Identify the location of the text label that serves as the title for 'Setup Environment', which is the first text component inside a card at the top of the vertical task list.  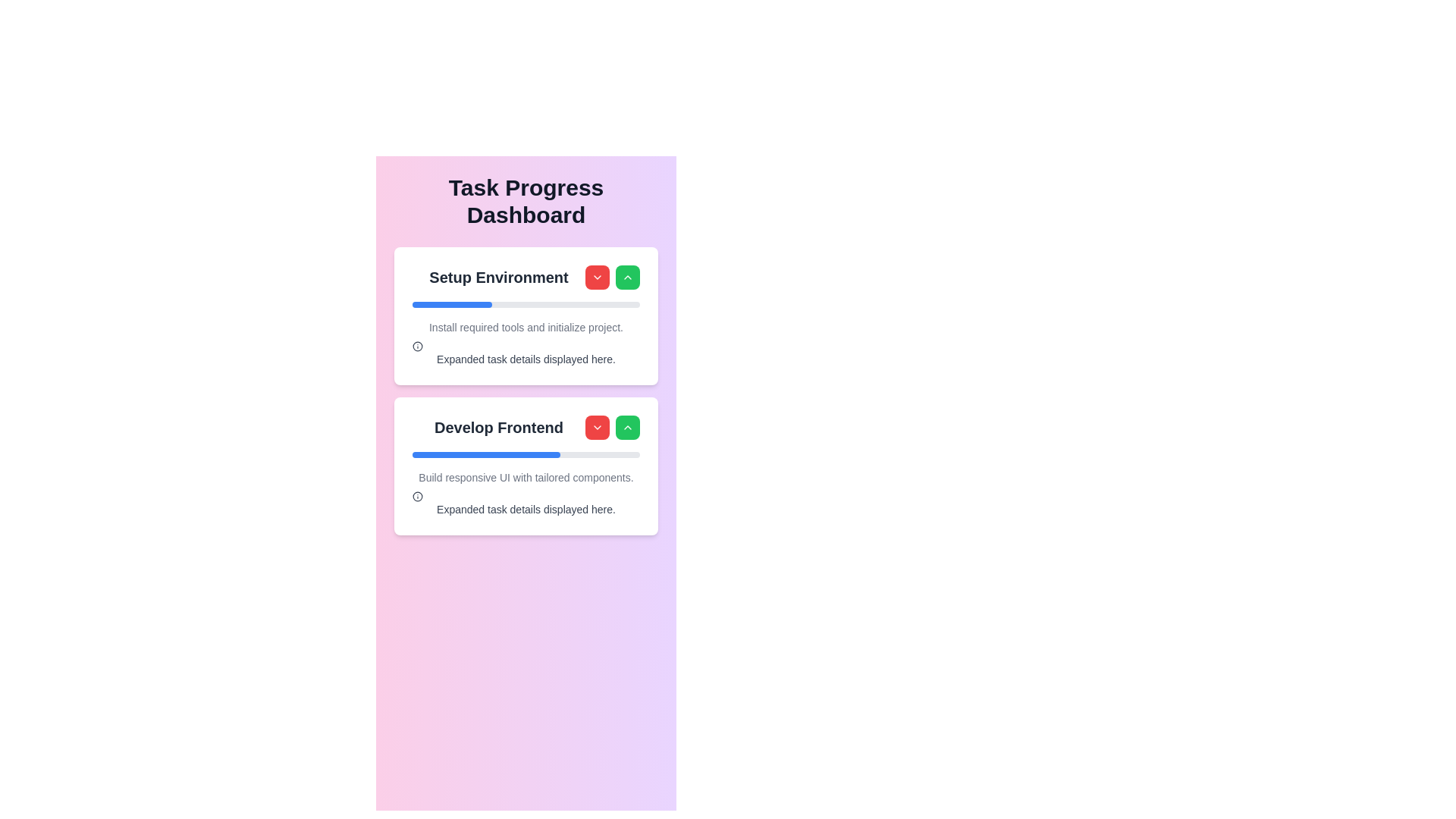
(498, 278).